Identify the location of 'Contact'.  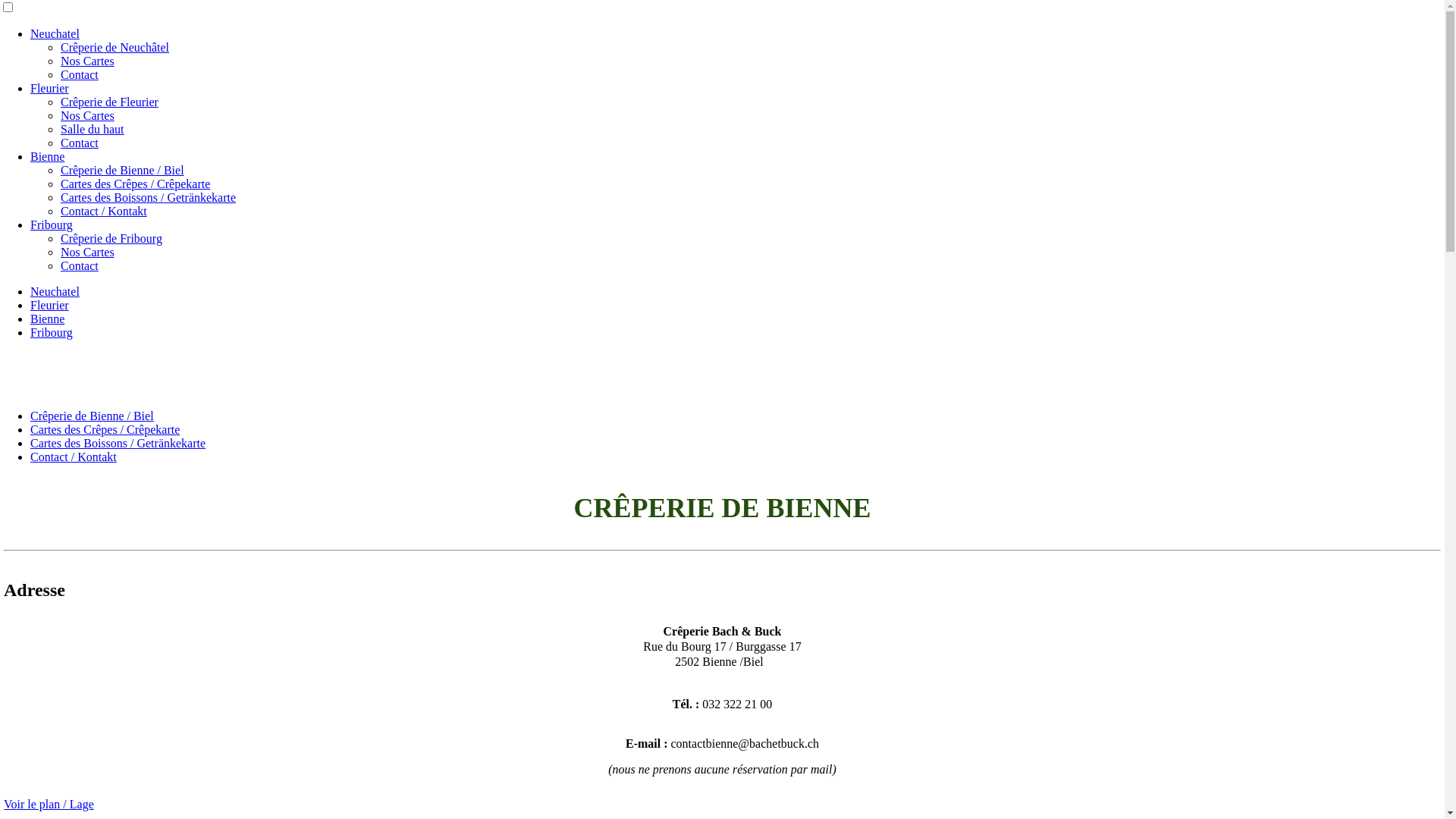
(61, 265).